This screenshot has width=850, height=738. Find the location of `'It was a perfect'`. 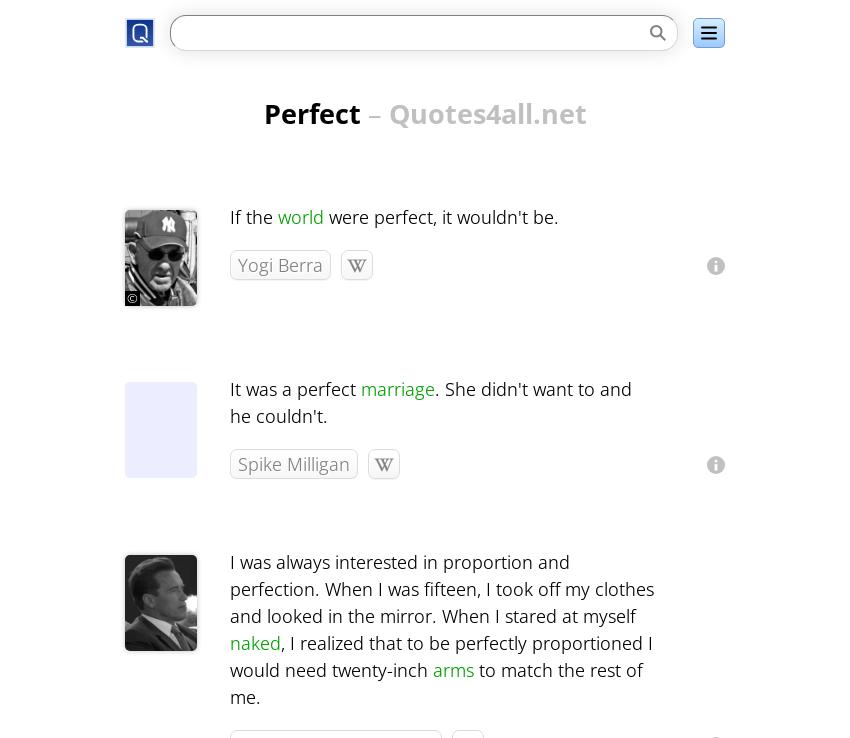

'It was a perfect' is located at coordinates (230, 387).